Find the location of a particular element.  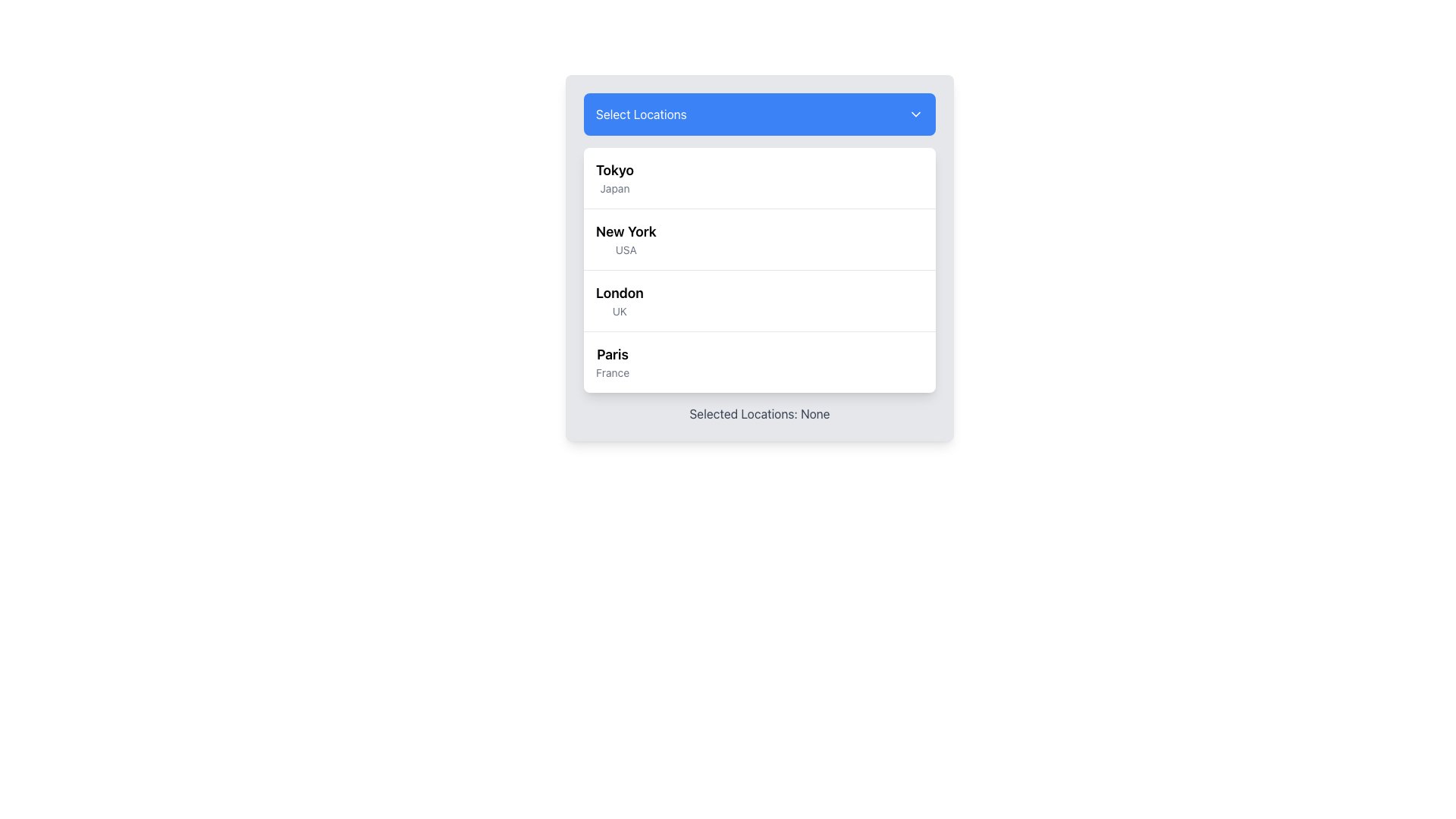

the first selectable list item displaying 'Tokyo' is located at coordinates (760, 177).